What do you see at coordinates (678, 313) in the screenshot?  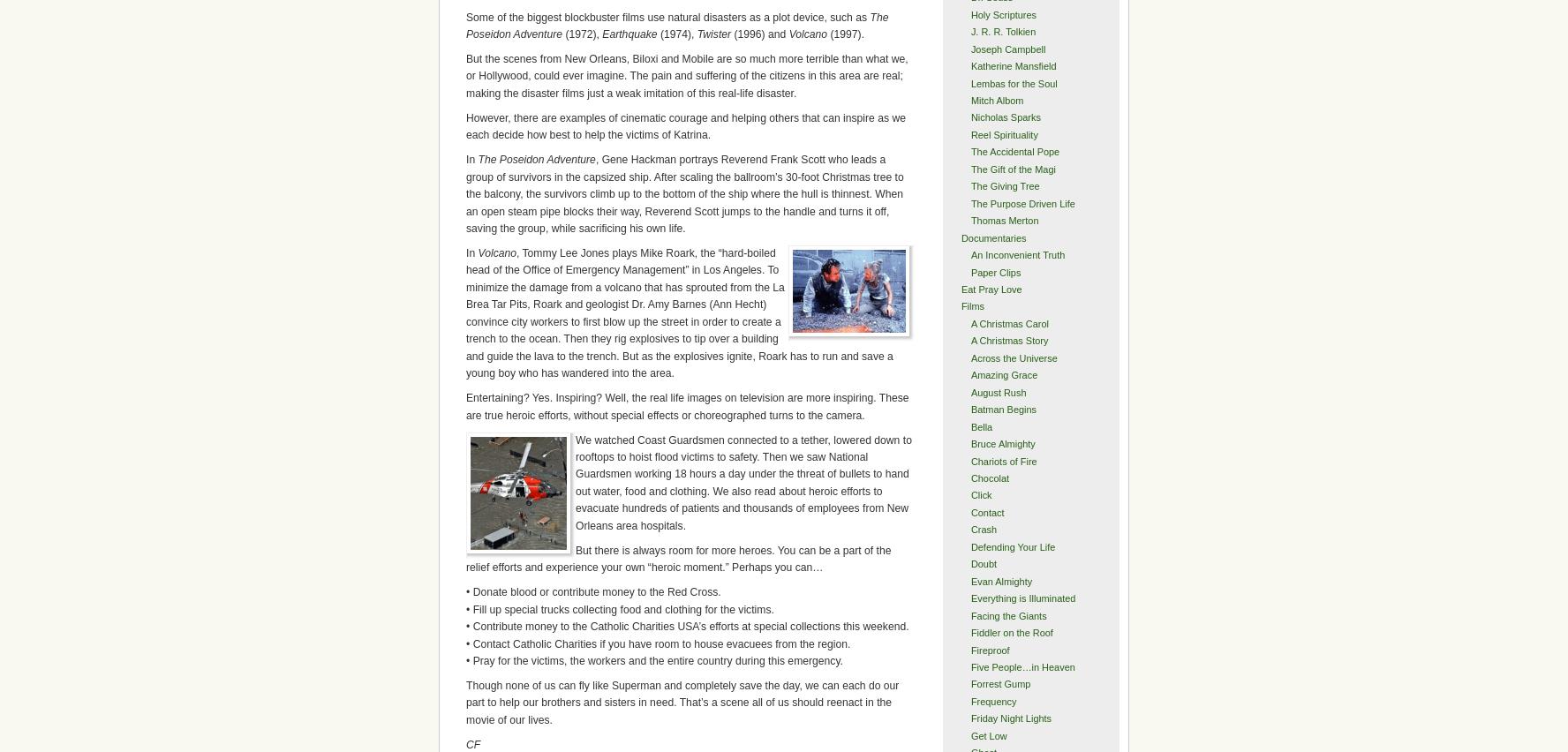 I see `', Tommy Lee Jones plays Mike Roark, the “hard-boiled head of the Office of Emergency Management” in Los Angeles. To minimize the damage from a volcano that has sprouted from the La Brea Tar Pits, Roark and geologist Dr. Amy Barnes (Ann Hecht) convince city workers to first blow up the street in order to create a trench to the ocean. Then they rig explosives to tip over a building and guide the lava to the trench. But as the explosives ignite, Roark has to run and save a young boy who has wandered into the area.'` at bounding box center [678, 313].